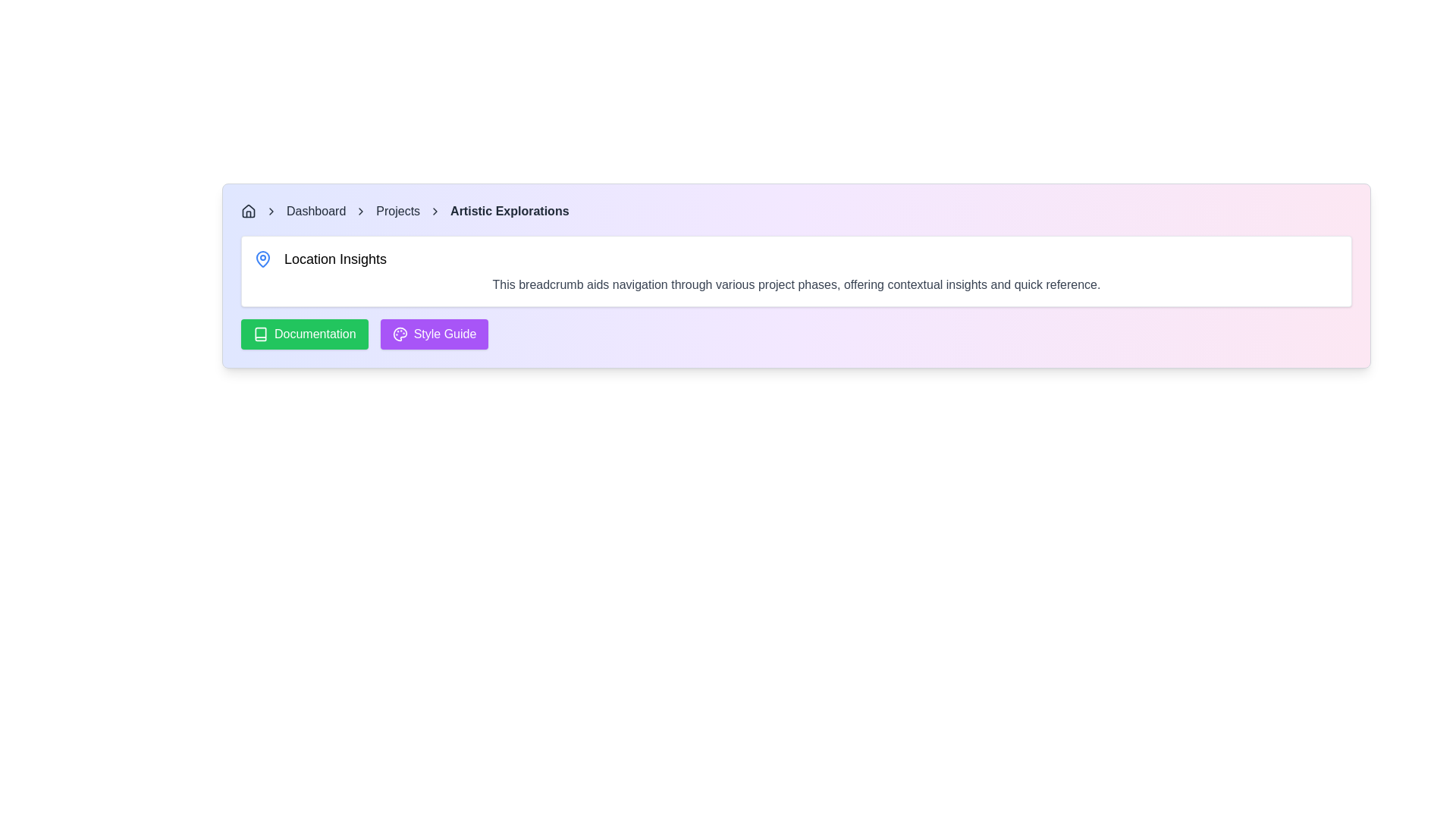  Describe the element at coordinates (261, 333) in the screenshot. I see `the 'Documentation' button icon, which is a recognizable element indicating its purpose and is located adjacent to a purple 'Style Guide' button` at that location.